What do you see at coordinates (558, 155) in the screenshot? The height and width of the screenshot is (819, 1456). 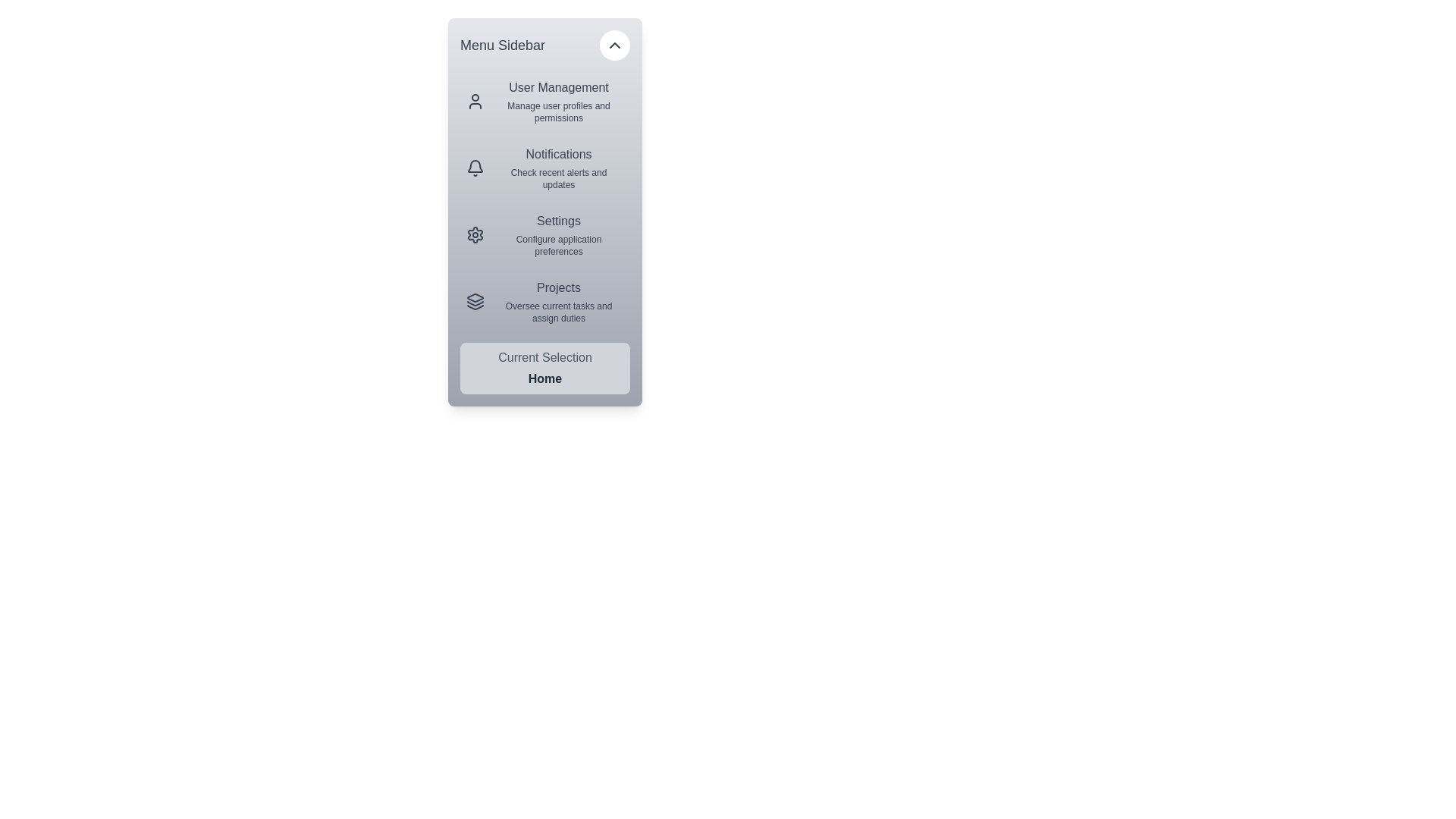 I see `the 'Notifications' label, which is centrally aligned within the menu sidebar and styled in medium font weight` at bounding box center [558, 155].